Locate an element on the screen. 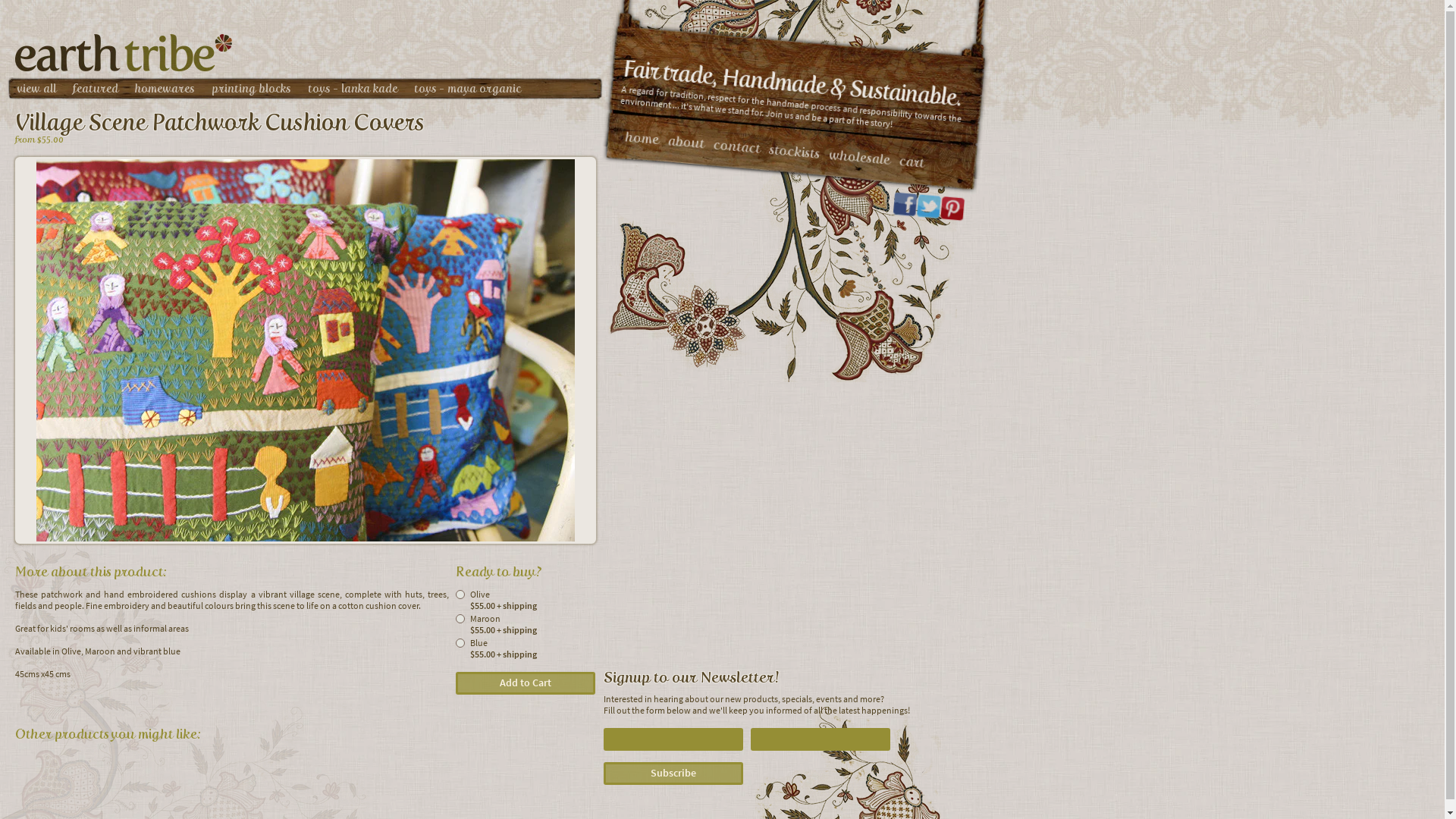 The image size is (1456, 819). 'toys - lanka kade' is located at coordinates (307, 88).